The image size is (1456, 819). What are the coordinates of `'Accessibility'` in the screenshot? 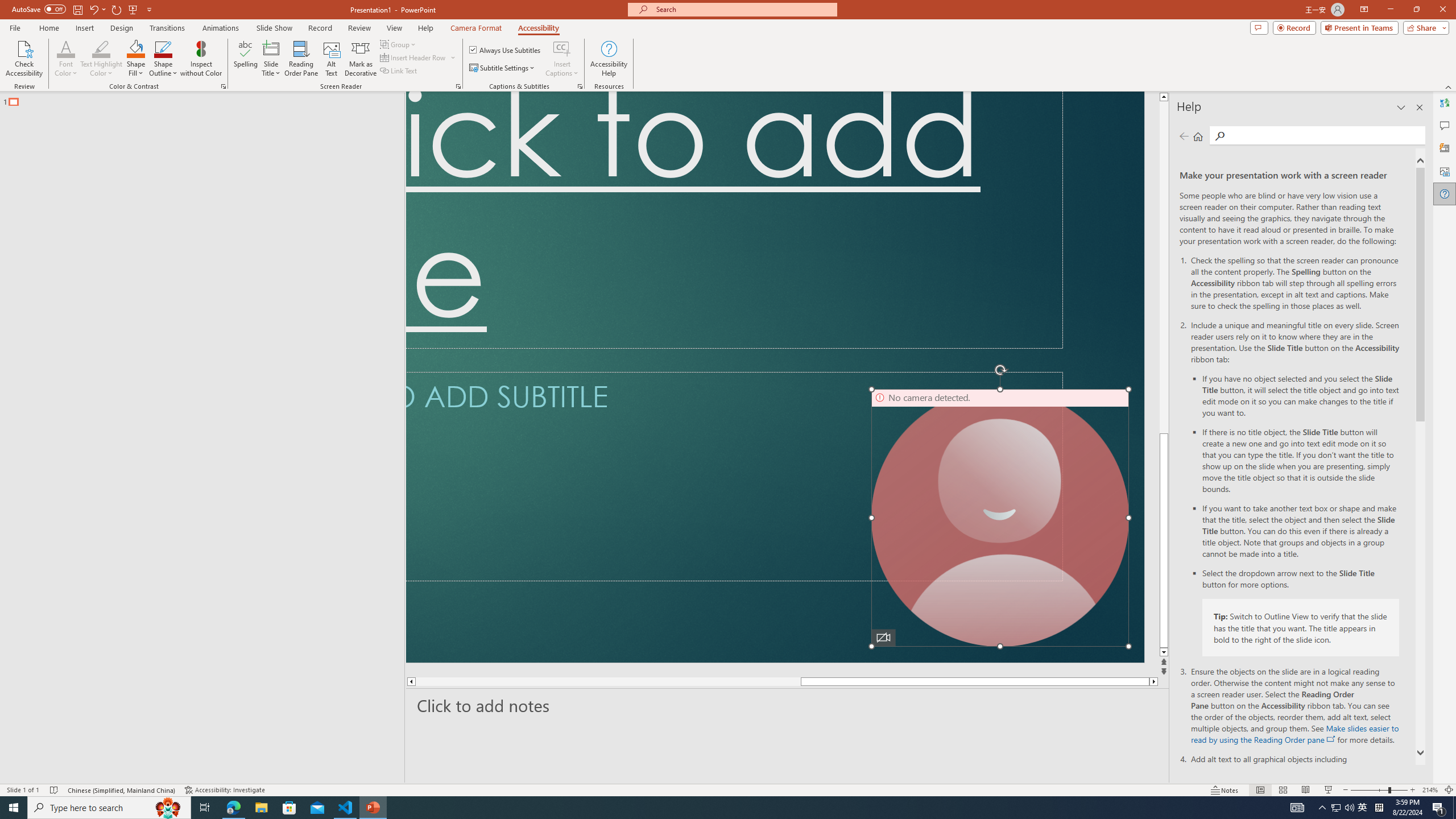 It's located at (538, 28).